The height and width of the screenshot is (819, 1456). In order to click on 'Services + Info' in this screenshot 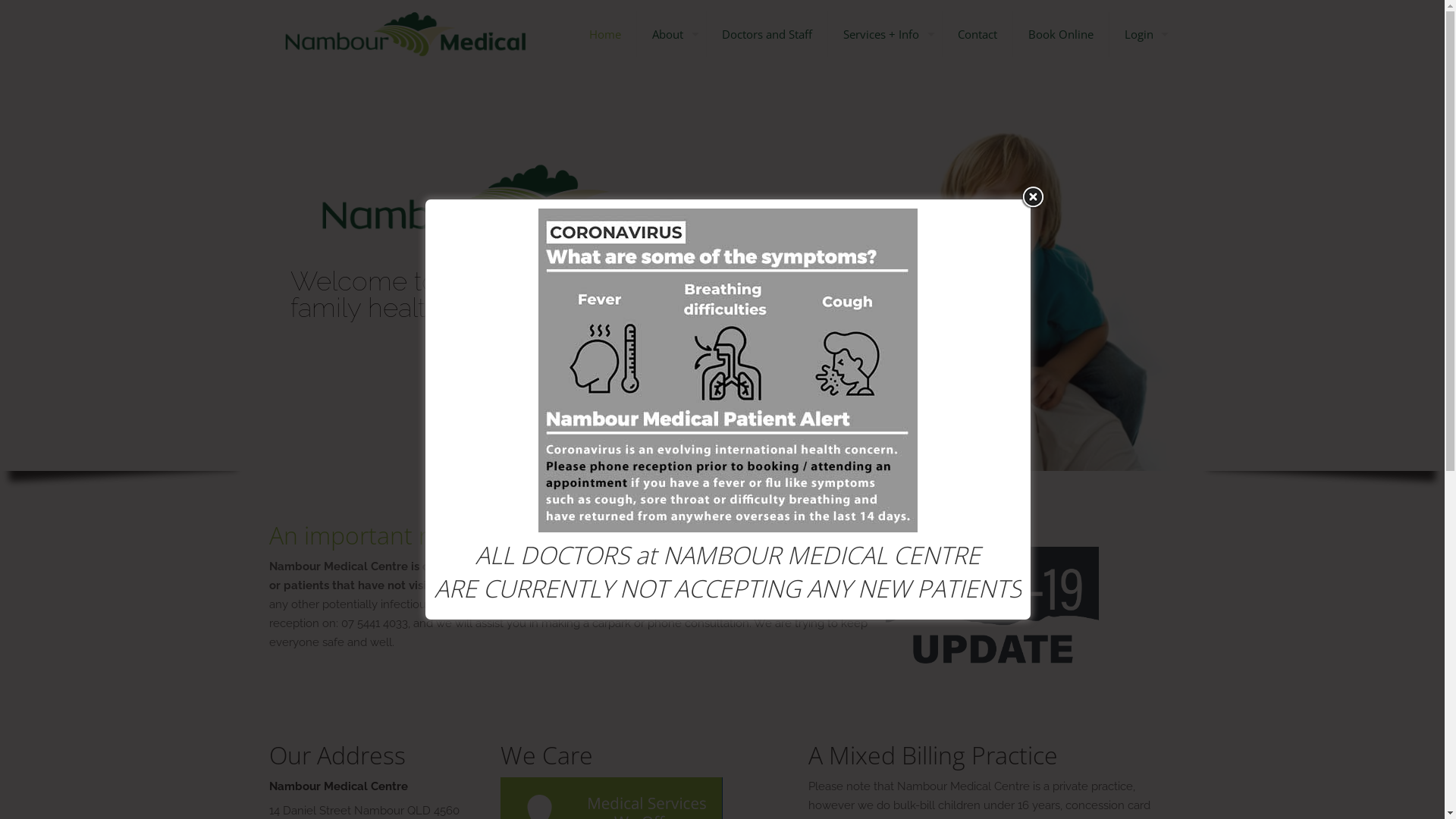, I will do `click(885, 34)`.